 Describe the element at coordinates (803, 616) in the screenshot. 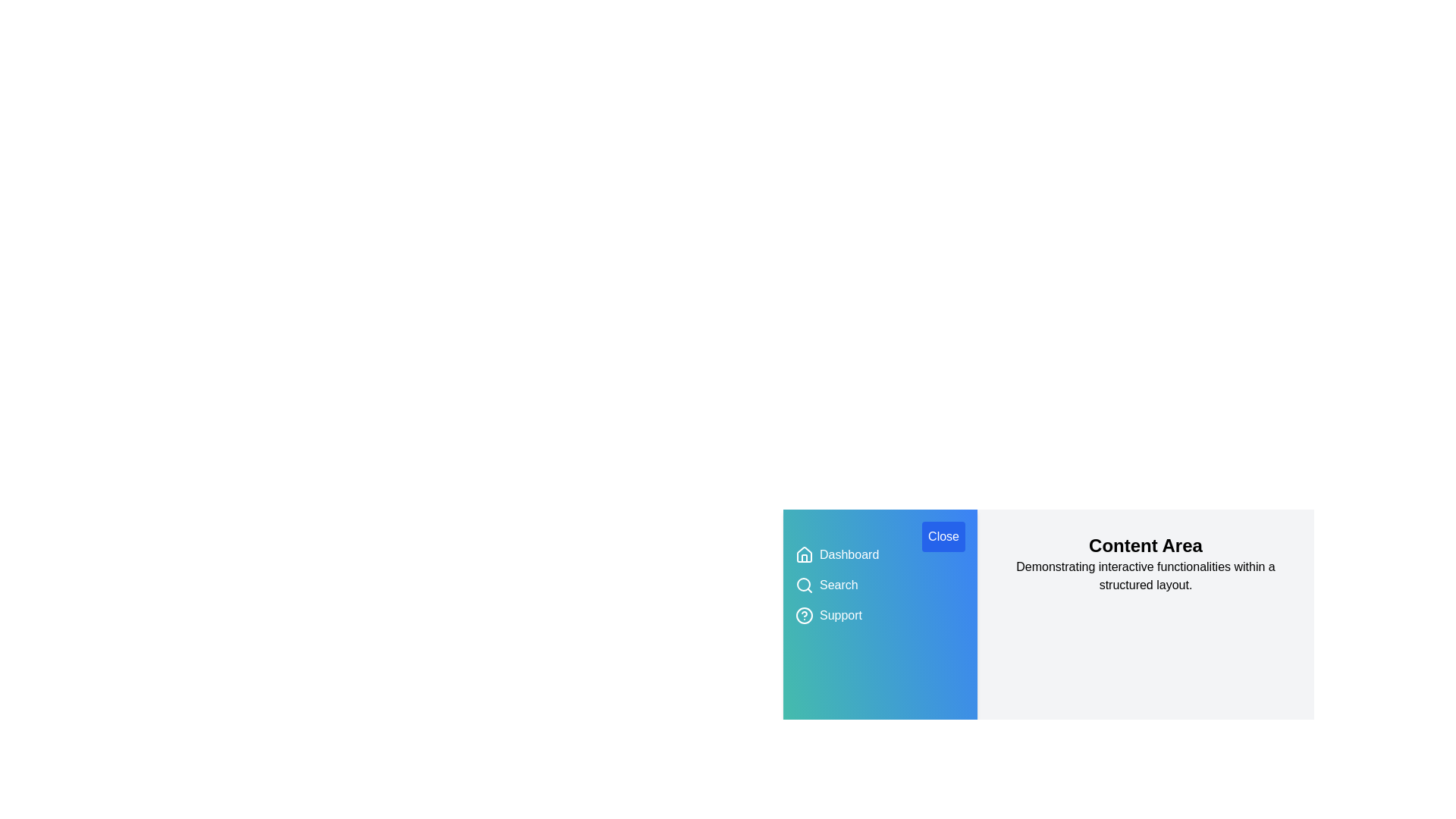

I see `the icon corresponding to Support to interact with it` at that location.